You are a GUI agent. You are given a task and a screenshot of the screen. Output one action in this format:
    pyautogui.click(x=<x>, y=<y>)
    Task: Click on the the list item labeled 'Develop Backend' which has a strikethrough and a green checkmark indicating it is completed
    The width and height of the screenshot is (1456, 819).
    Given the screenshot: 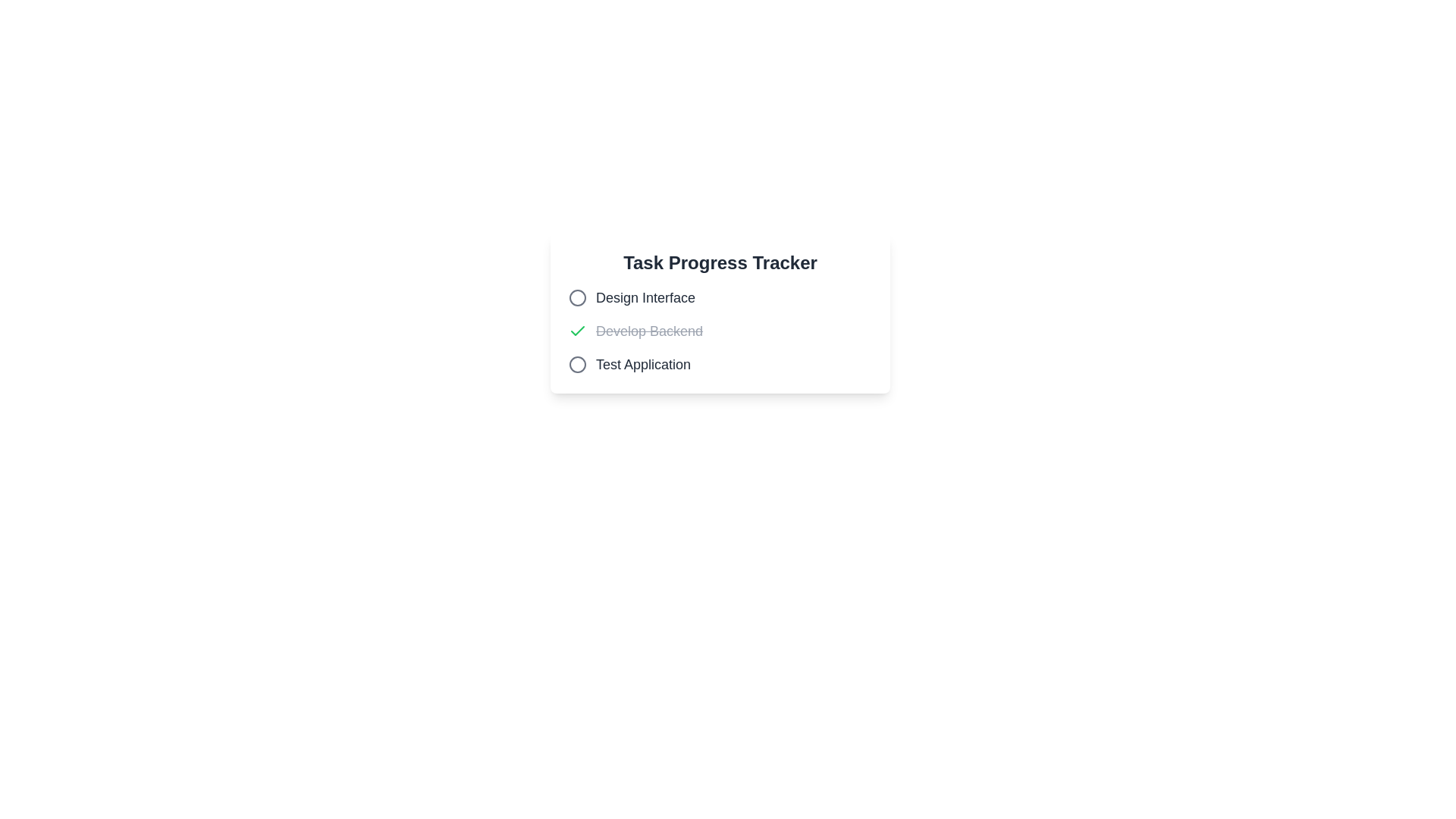 What is the action you would take?
    pyautogui.click(x=635, y=330)
    